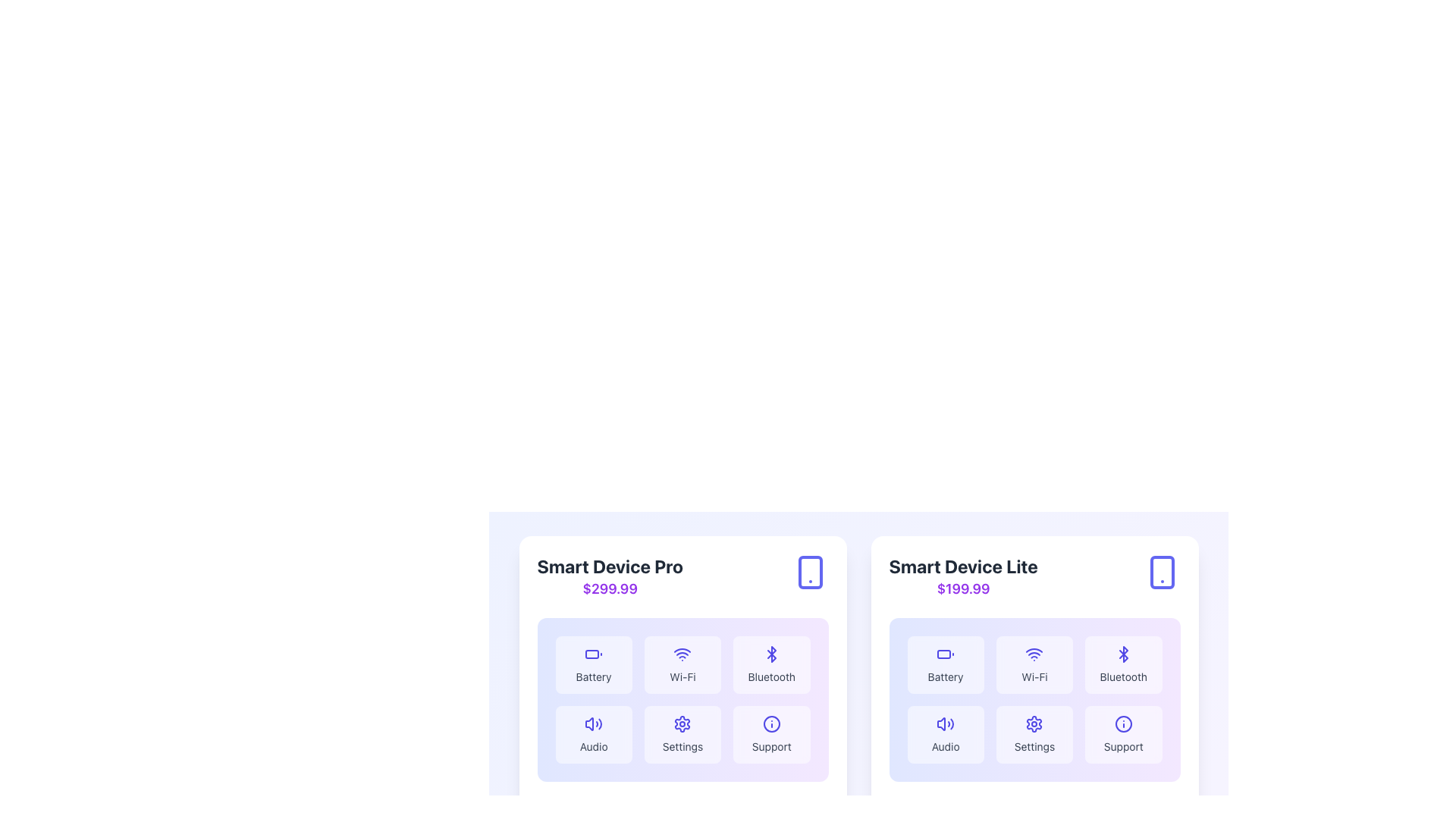 This screenshot has height=819, width=1456. I want to click on the indigo audio volume icon located in the leftmost cell of the middle row in the 'Smart Device Pro' card, which is directly above the 'Audio' text, so click(593, 723).